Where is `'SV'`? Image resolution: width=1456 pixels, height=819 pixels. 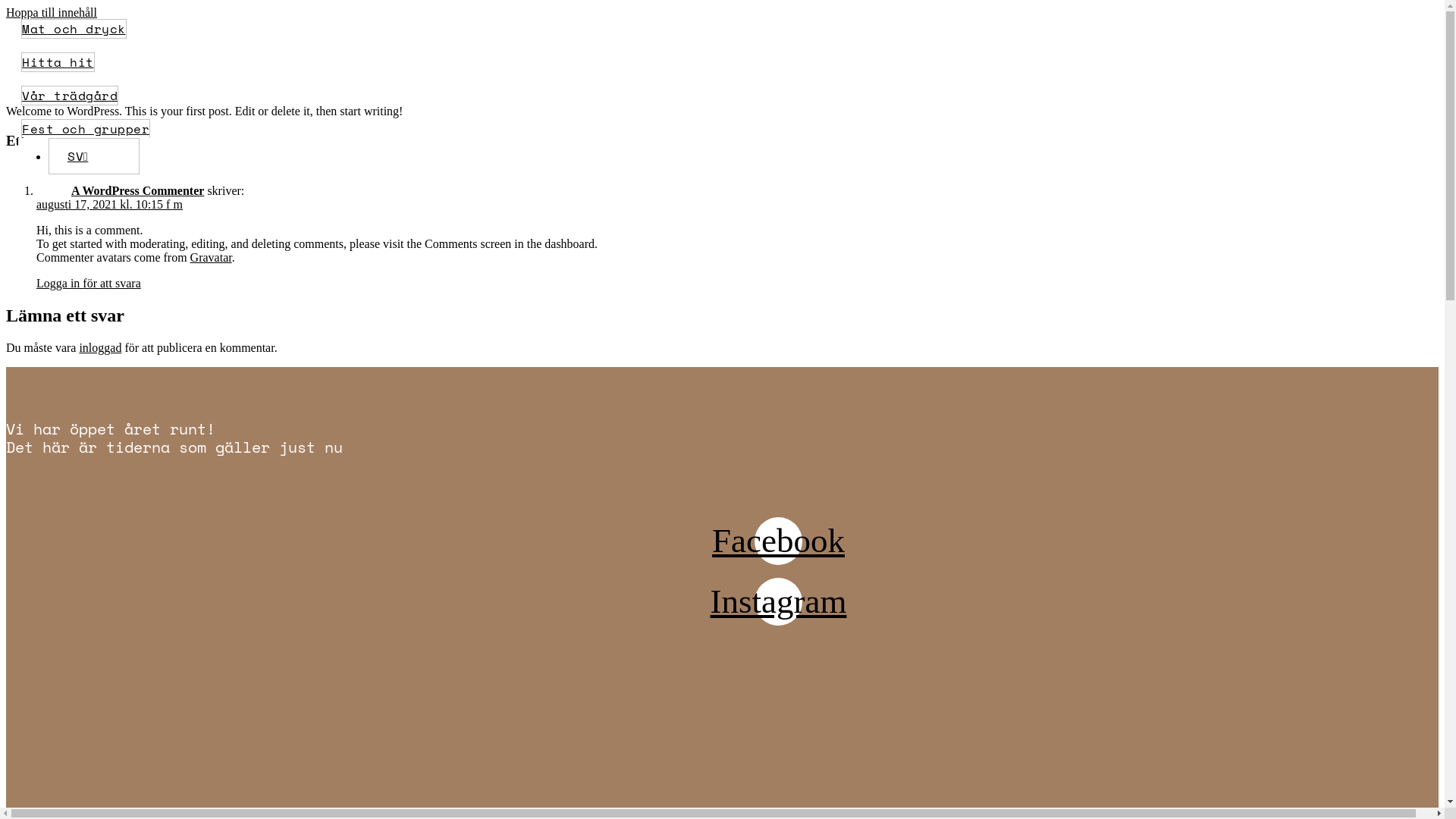 'SV' is located at coordinates (93, 155).